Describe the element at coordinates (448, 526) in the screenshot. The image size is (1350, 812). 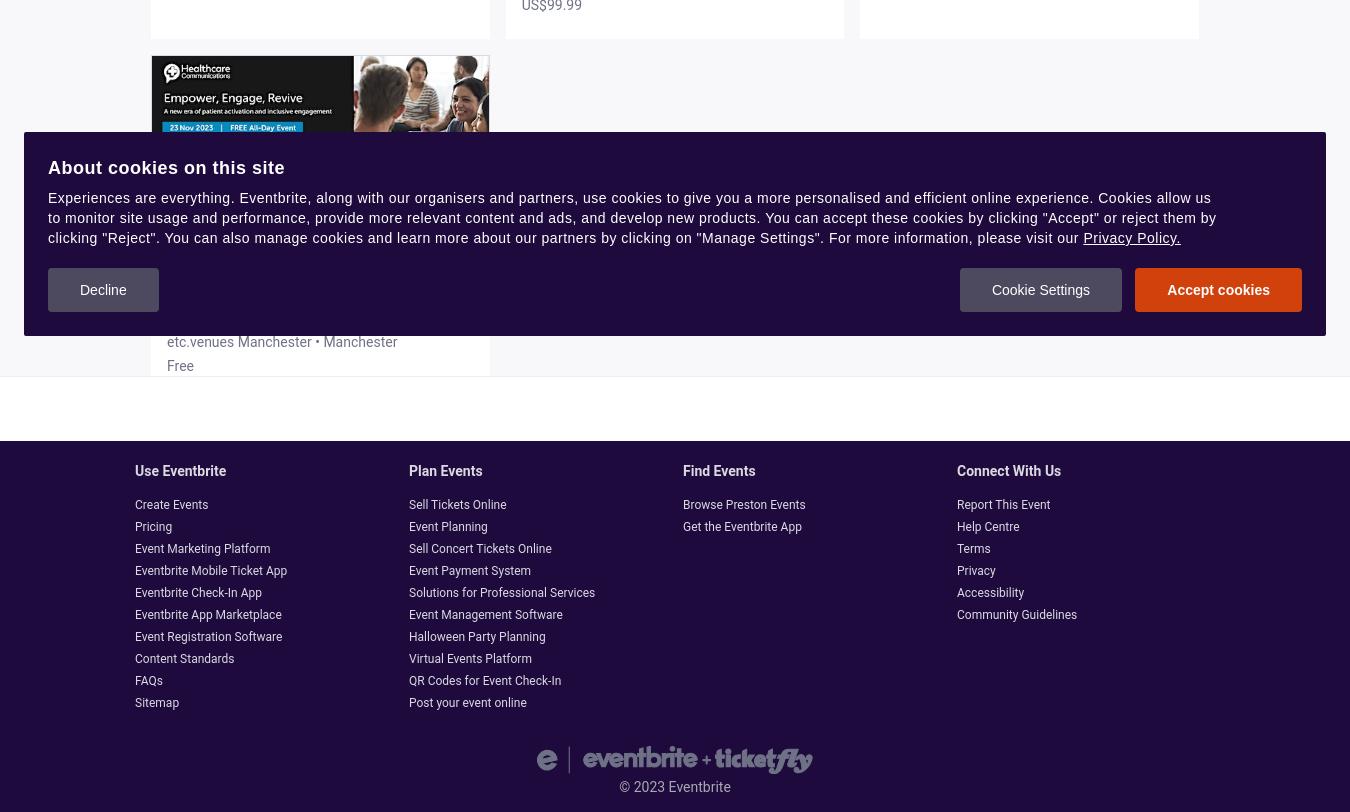
I see `'Event Planning'` at that location.